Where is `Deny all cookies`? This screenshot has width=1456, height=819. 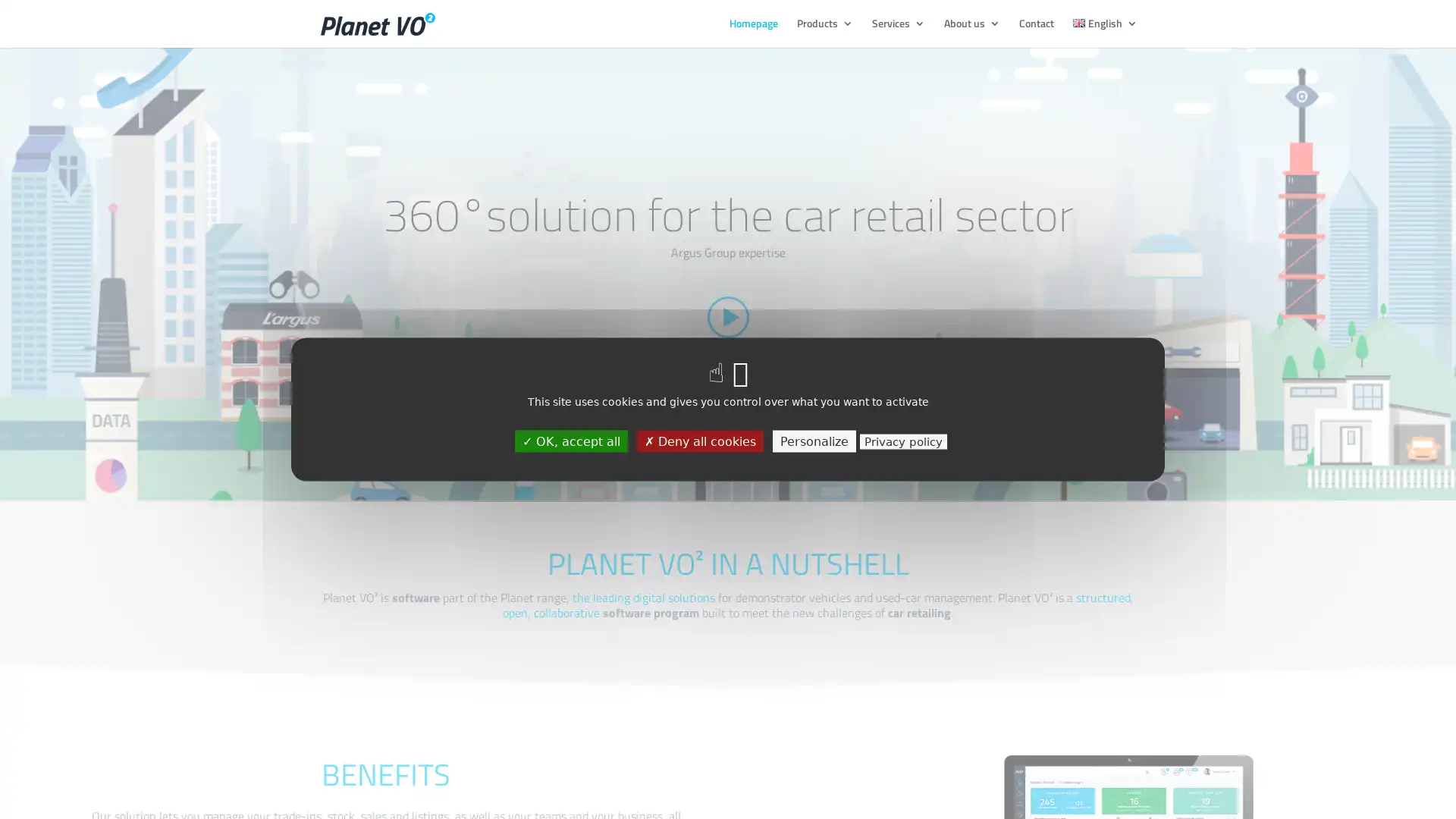
Deny all cookies is located at coordinates (698, 441).